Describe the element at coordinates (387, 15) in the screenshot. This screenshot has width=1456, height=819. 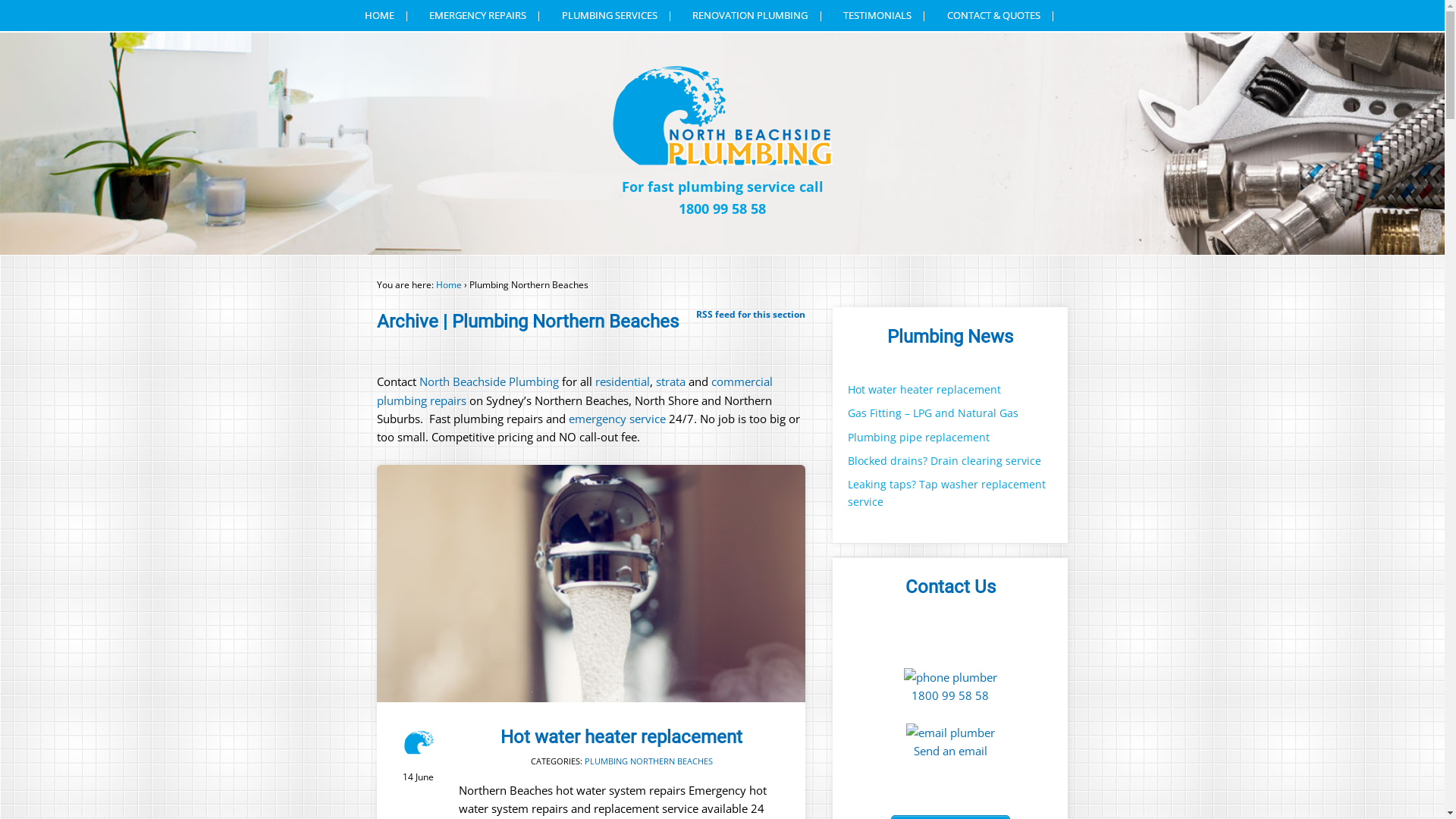
I see `'HOME'` at that location.